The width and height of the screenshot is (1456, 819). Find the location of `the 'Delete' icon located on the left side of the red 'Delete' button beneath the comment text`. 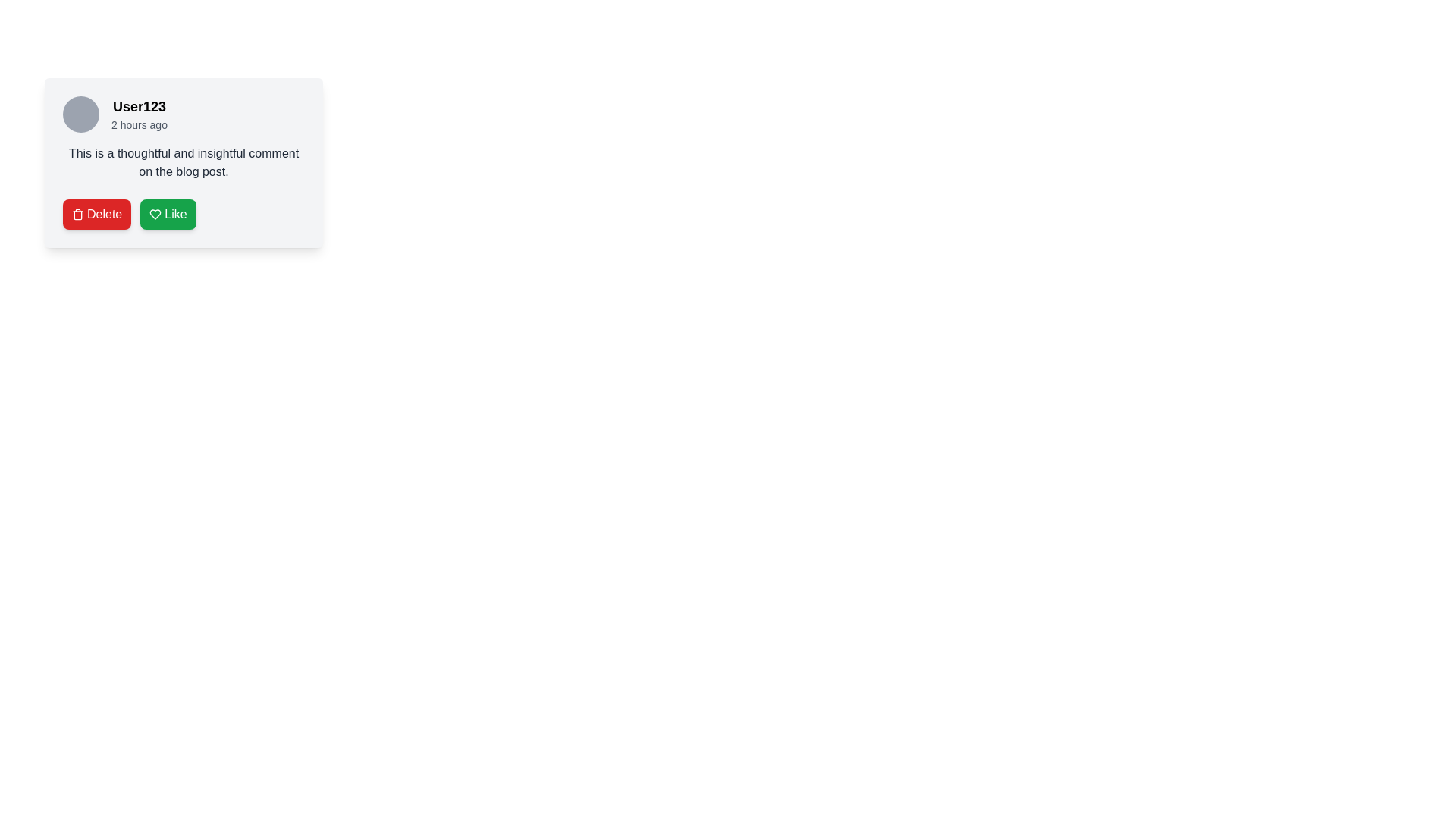

the 'Delete' icon located on the left side of the red 'Delete' button beneath the comment text is located at coordinates (77, 214).